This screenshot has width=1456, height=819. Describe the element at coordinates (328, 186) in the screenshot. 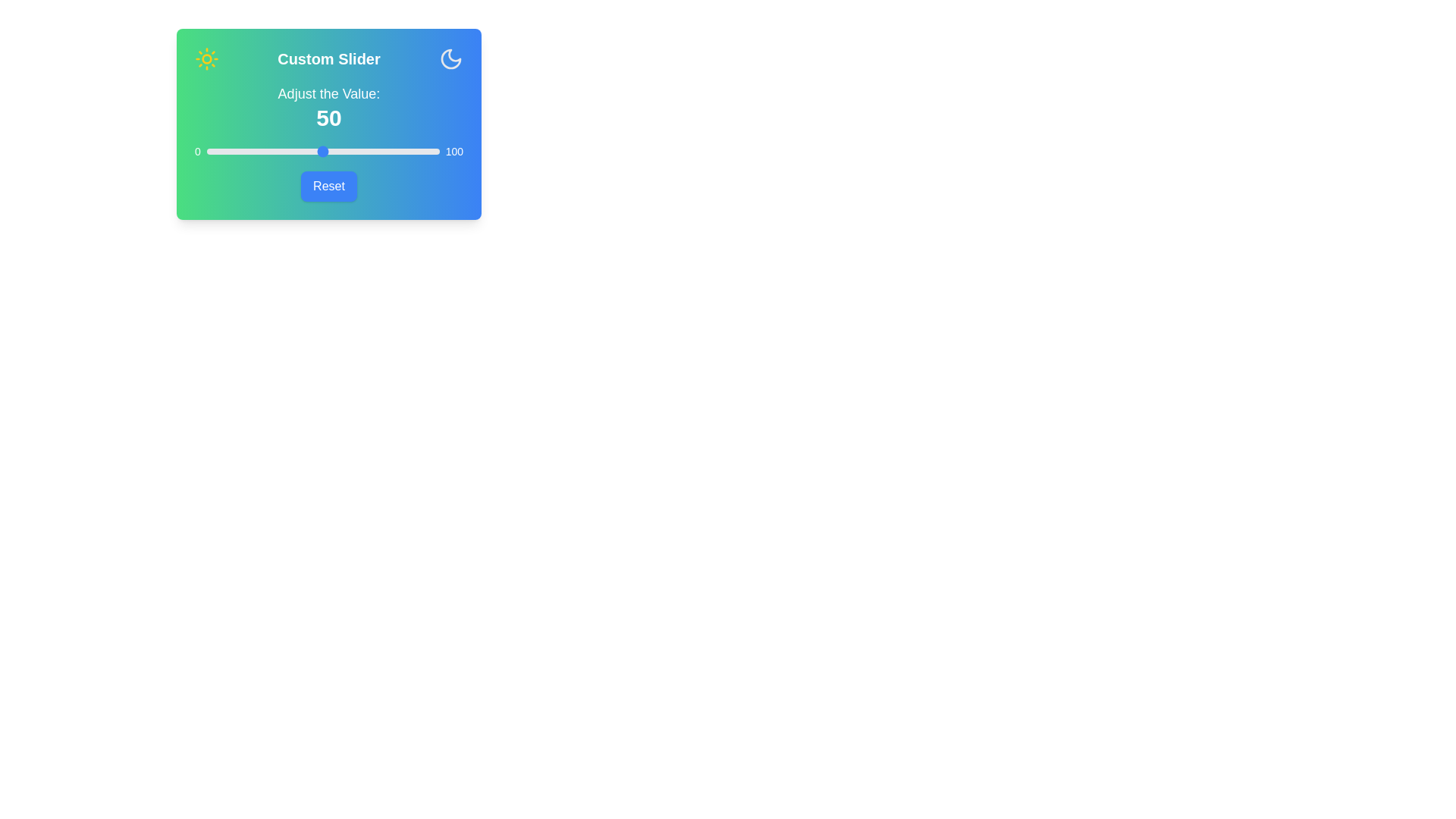

I see `'Reset' button to reset the slider value` at that location.